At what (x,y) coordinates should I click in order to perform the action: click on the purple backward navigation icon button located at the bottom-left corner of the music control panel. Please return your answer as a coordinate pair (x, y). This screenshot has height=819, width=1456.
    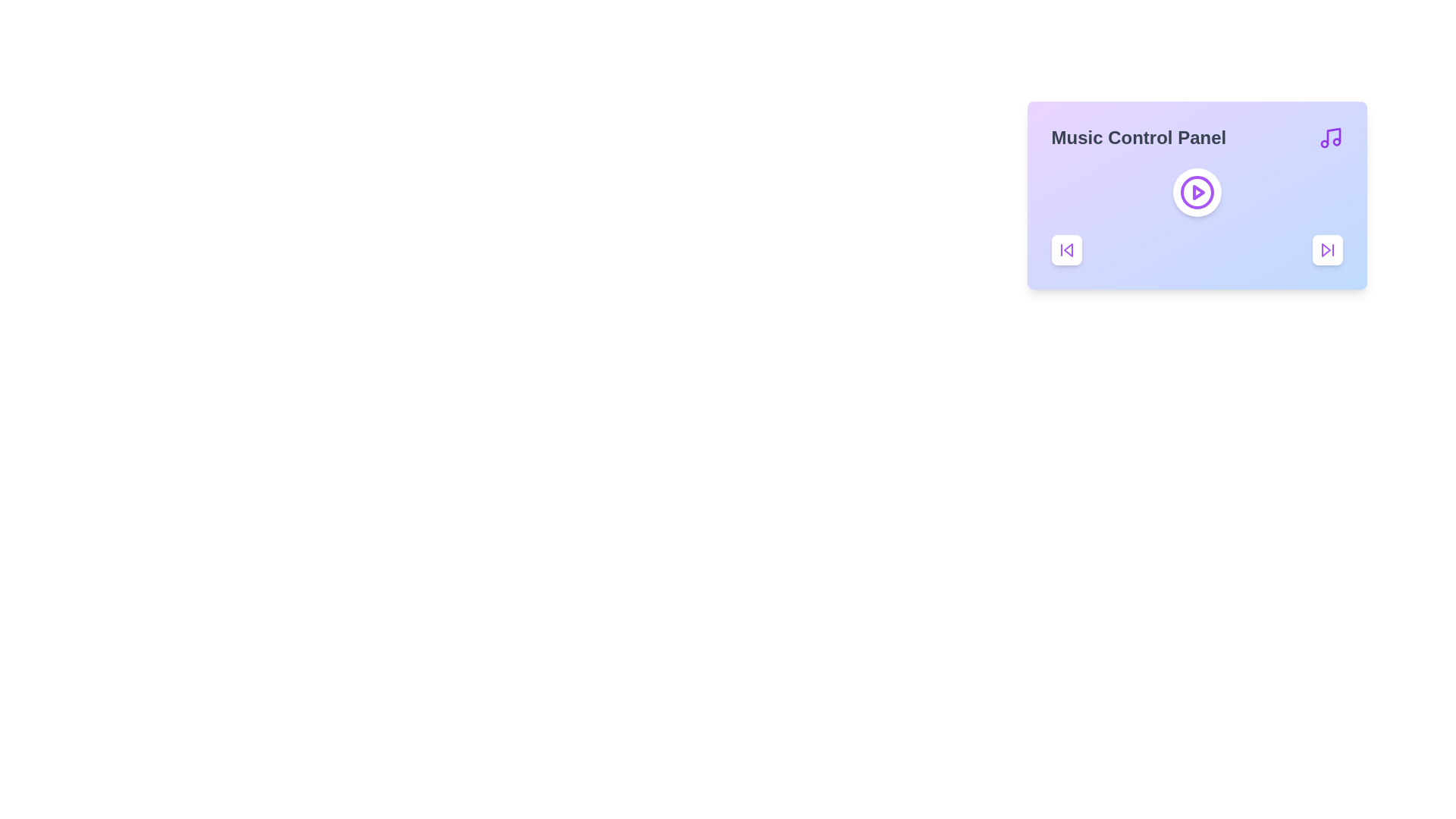
    Looking at the image, I should click on (1065, 249).